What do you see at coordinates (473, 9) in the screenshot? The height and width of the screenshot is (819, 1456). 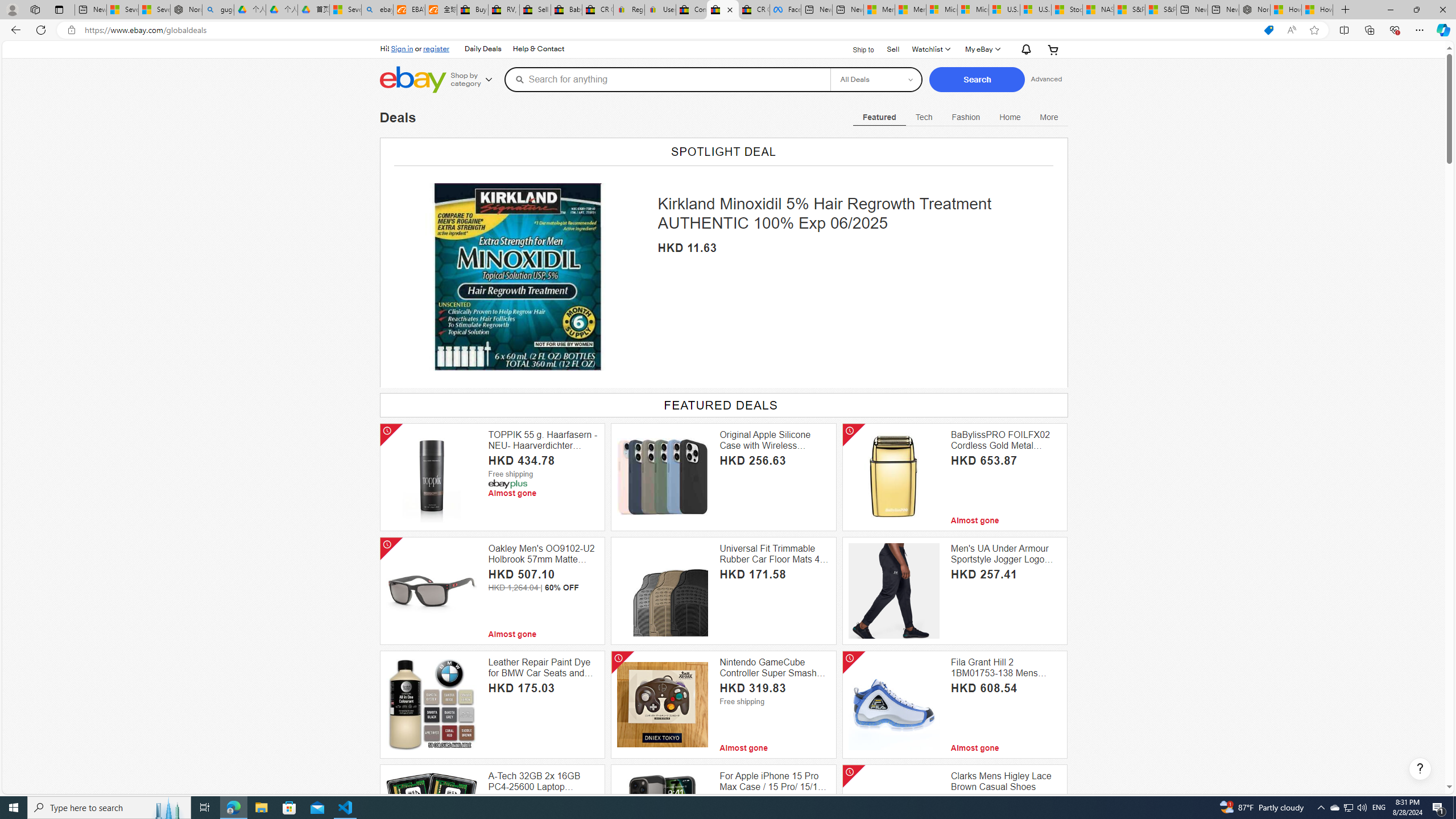 I see `'Buy Auto Parts & Accessories | eBay'` at bounding box center [473, 9].